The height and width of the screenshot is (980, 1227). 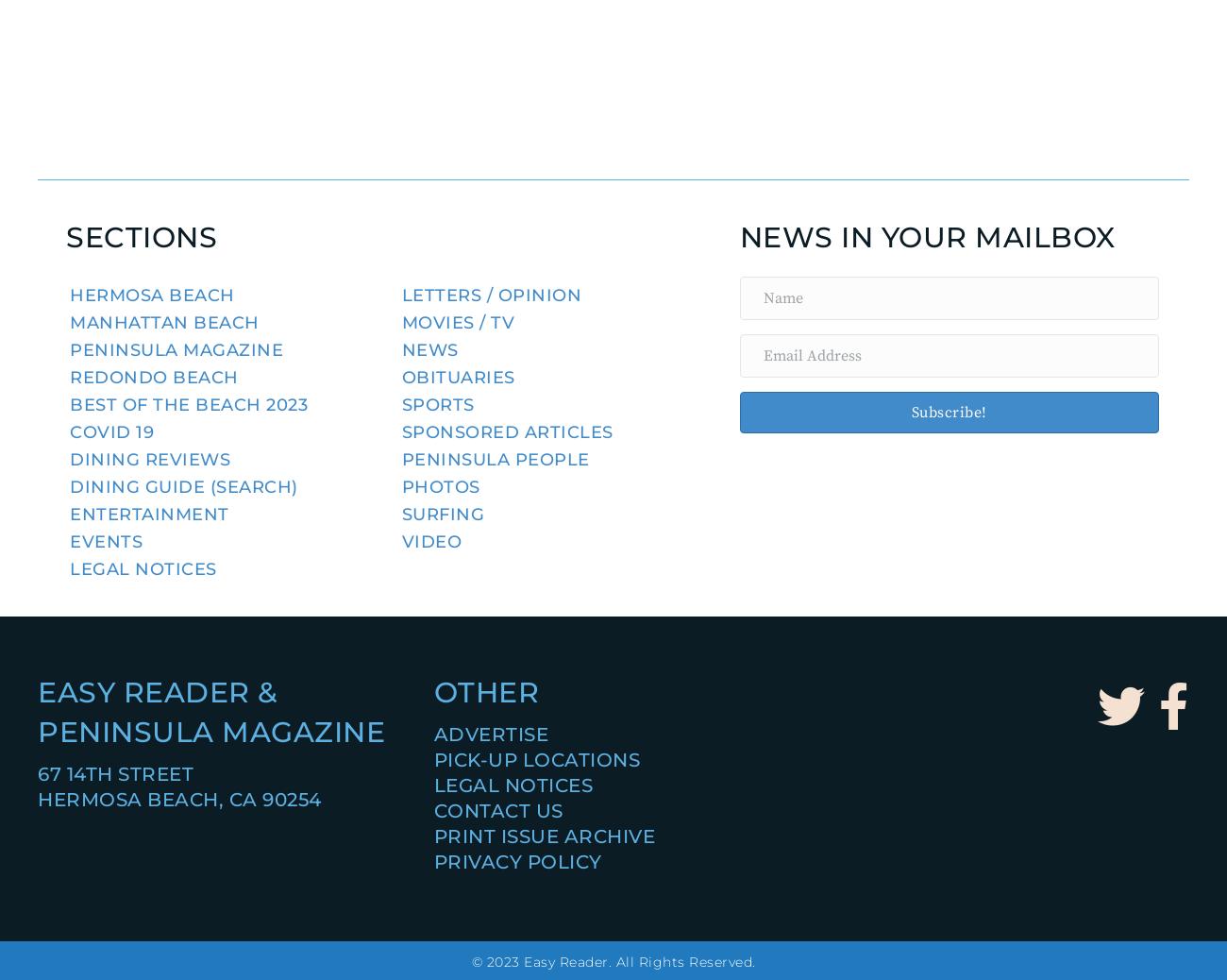 What do you see at coordinates (543, 836) in the screenshot?
I see `'Print Issue Archive'` at bounding box center [543, 836].